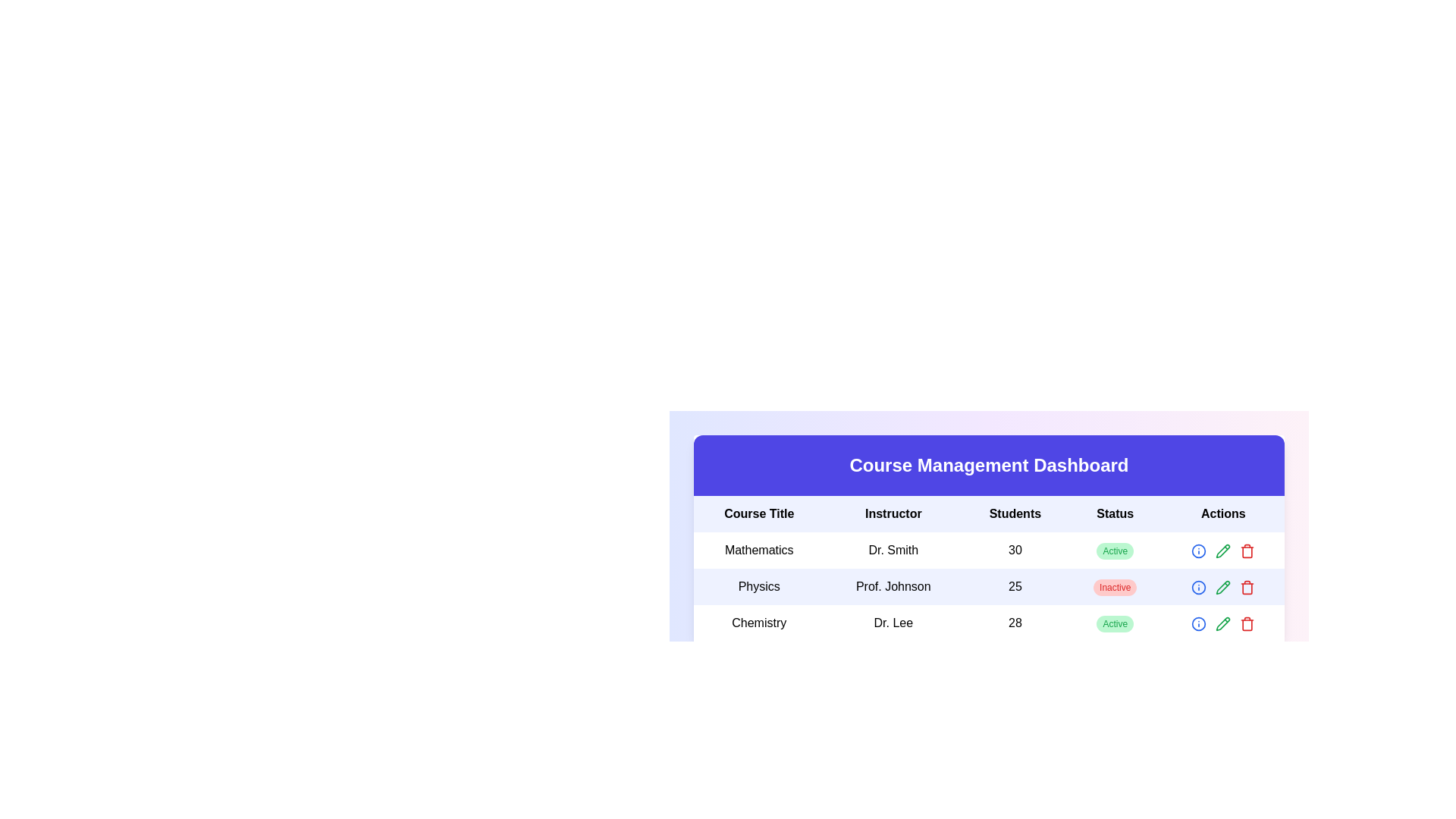 This screenshot has height=819, width=1456. I want to click on the informational label indicating that the Chemistry course is currently active in the Status column of the Course Management Dashboard table, so click(1115, 623).